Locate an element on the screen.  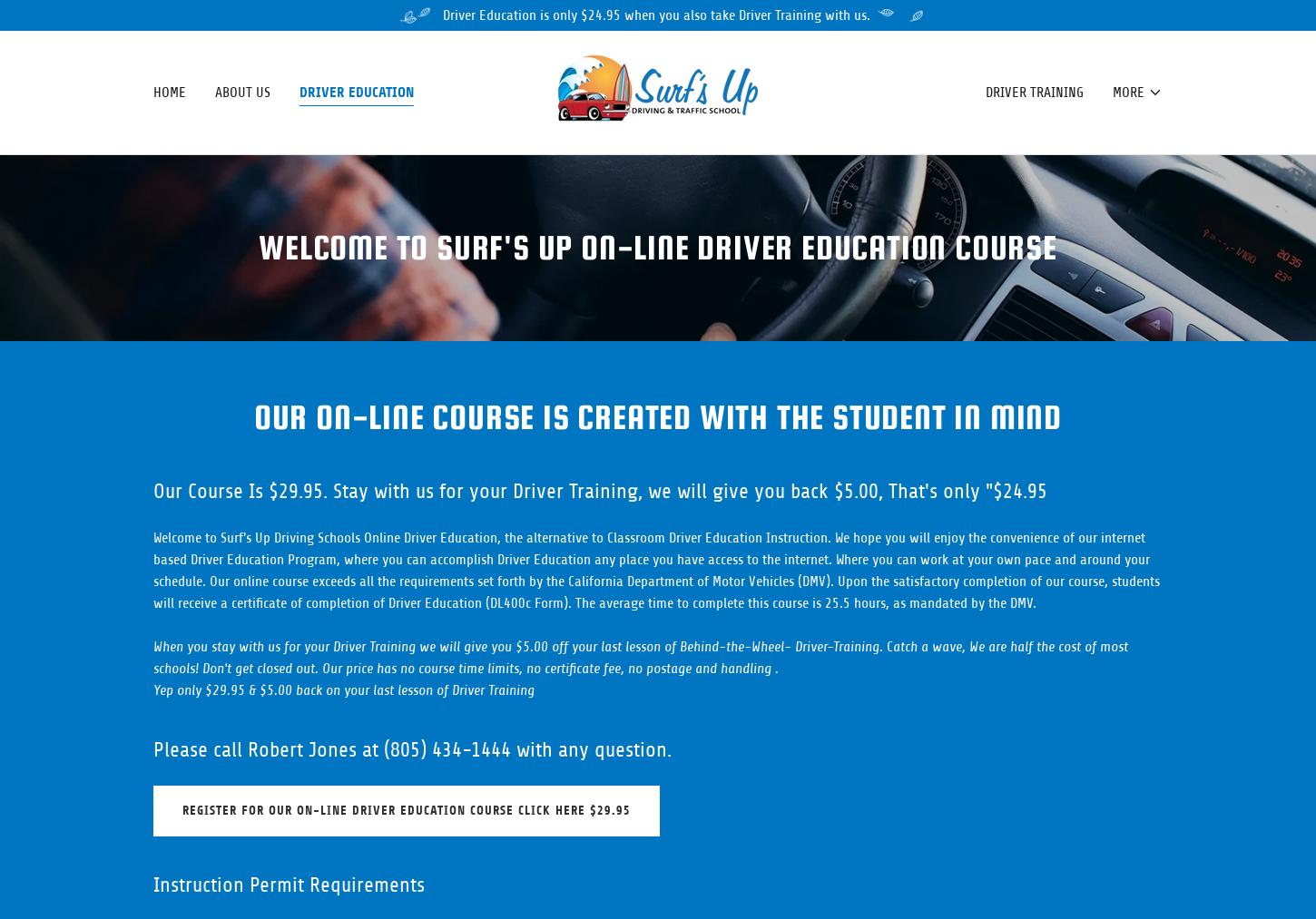
'Driver Training' is located at coordinates (1032, 93).